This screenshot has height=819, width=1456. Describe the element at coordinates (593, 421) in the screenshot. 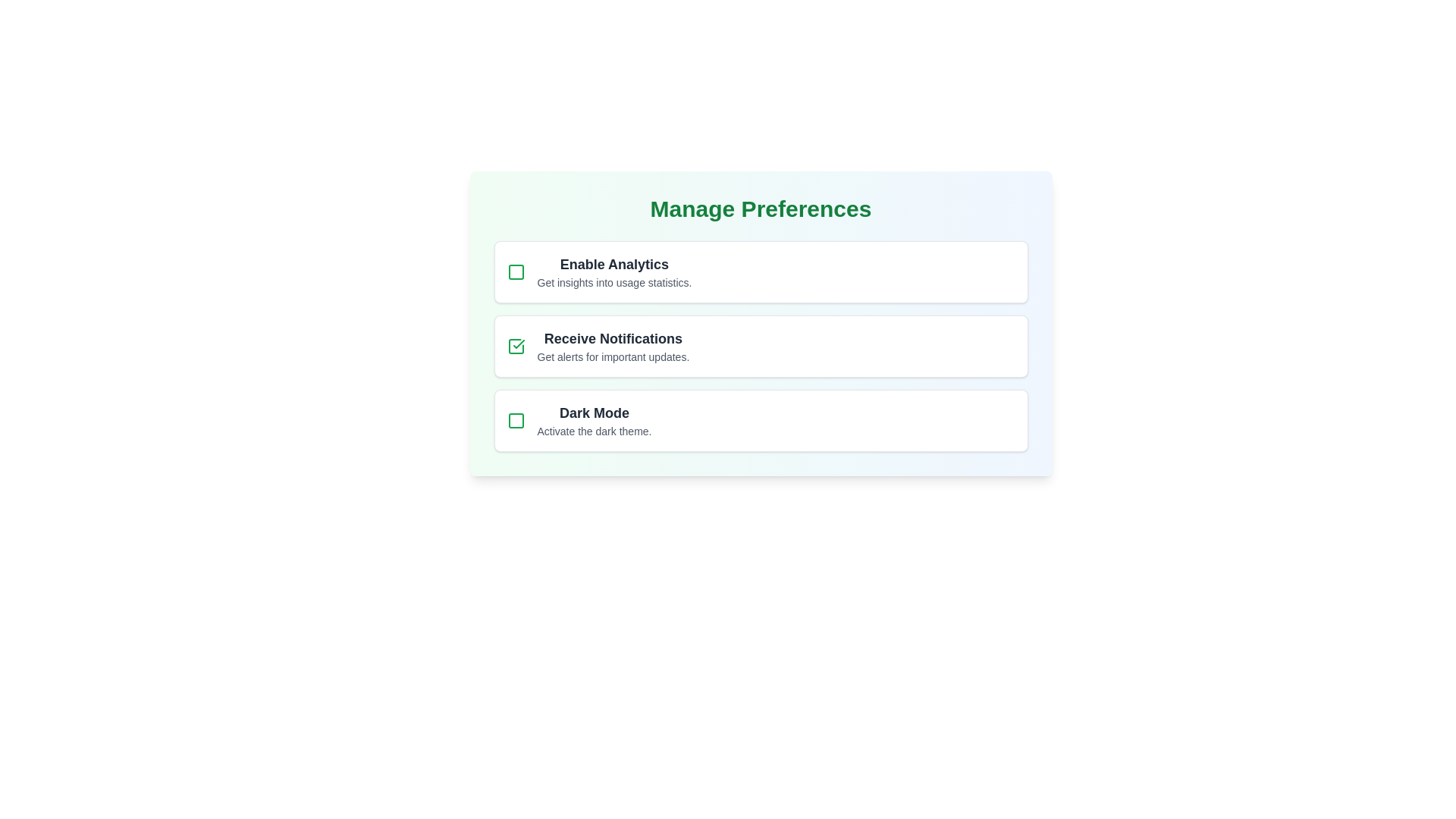

I see `text from the Text Label element stating 'Dark Mode' and 'Activate the dark theme.' which is located above a checkbox in the 'Manage Preferences' section` at that location.